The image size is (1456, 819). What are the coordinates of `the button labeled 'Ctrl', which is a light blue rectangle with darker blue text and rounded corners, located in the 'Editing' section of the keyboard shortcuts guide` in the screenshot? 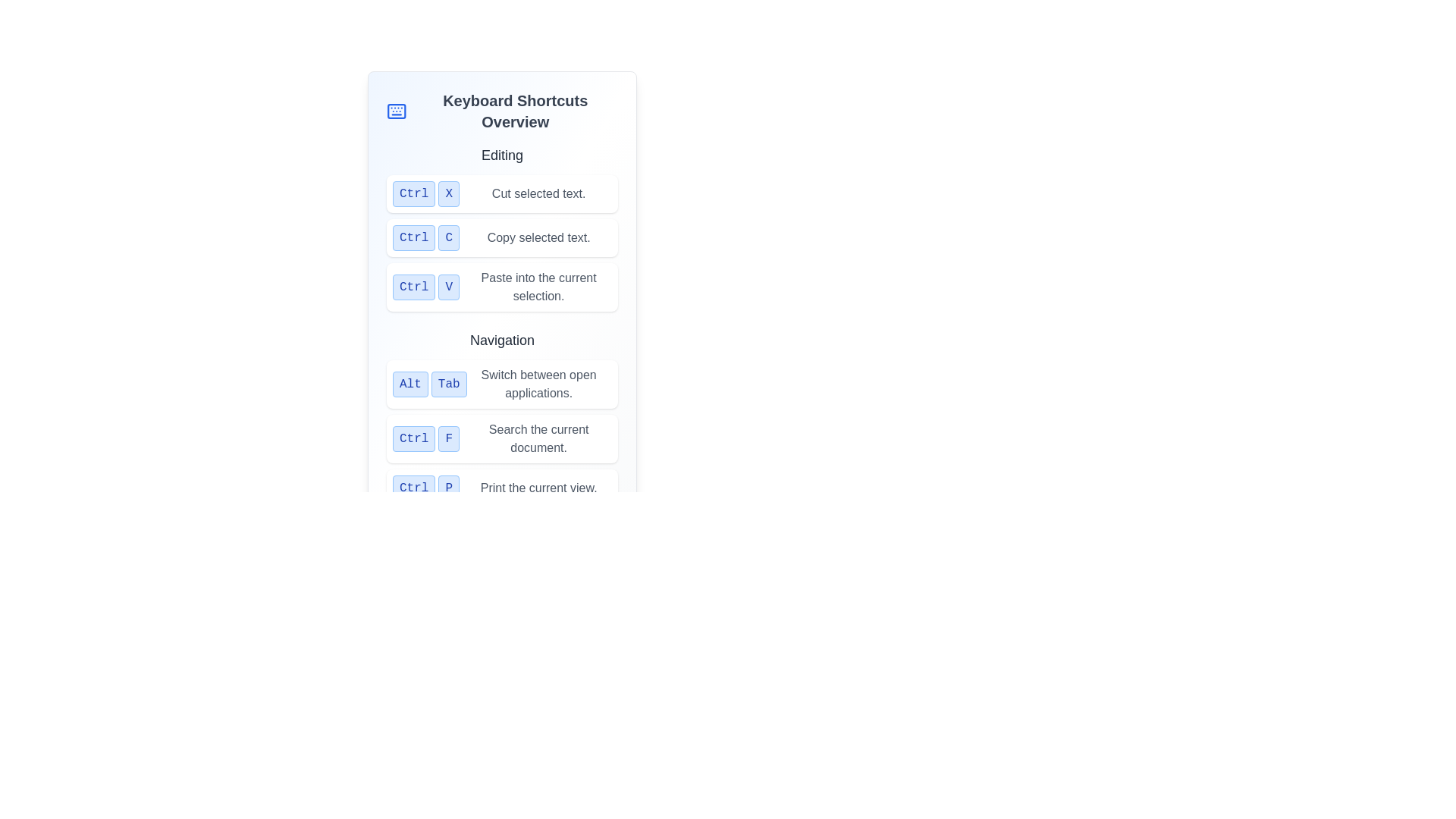 It's located at (414, 287).